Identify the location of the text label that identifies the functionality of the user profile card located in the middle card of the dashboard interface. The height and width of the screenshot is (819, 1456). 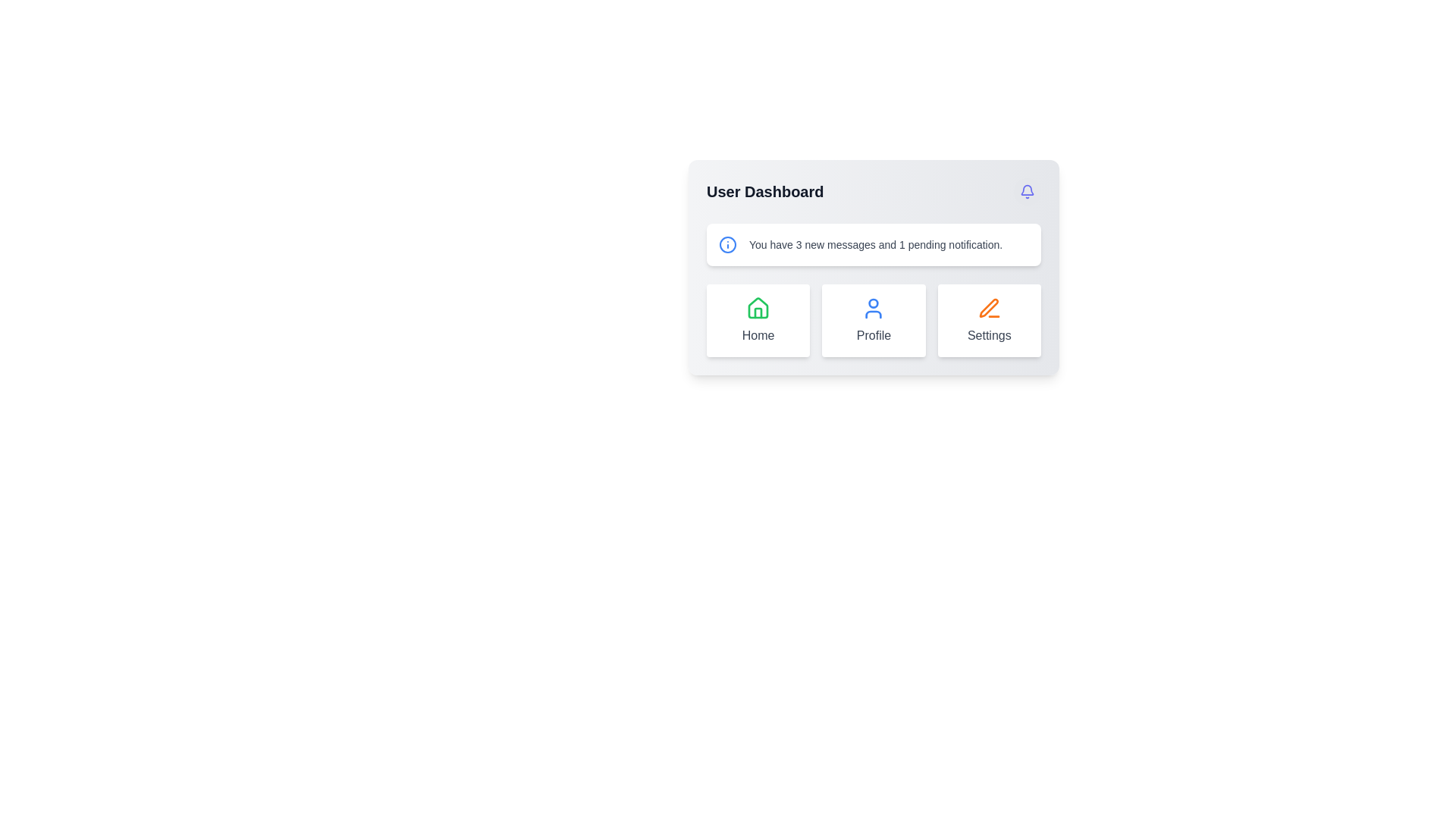
(874, 335).